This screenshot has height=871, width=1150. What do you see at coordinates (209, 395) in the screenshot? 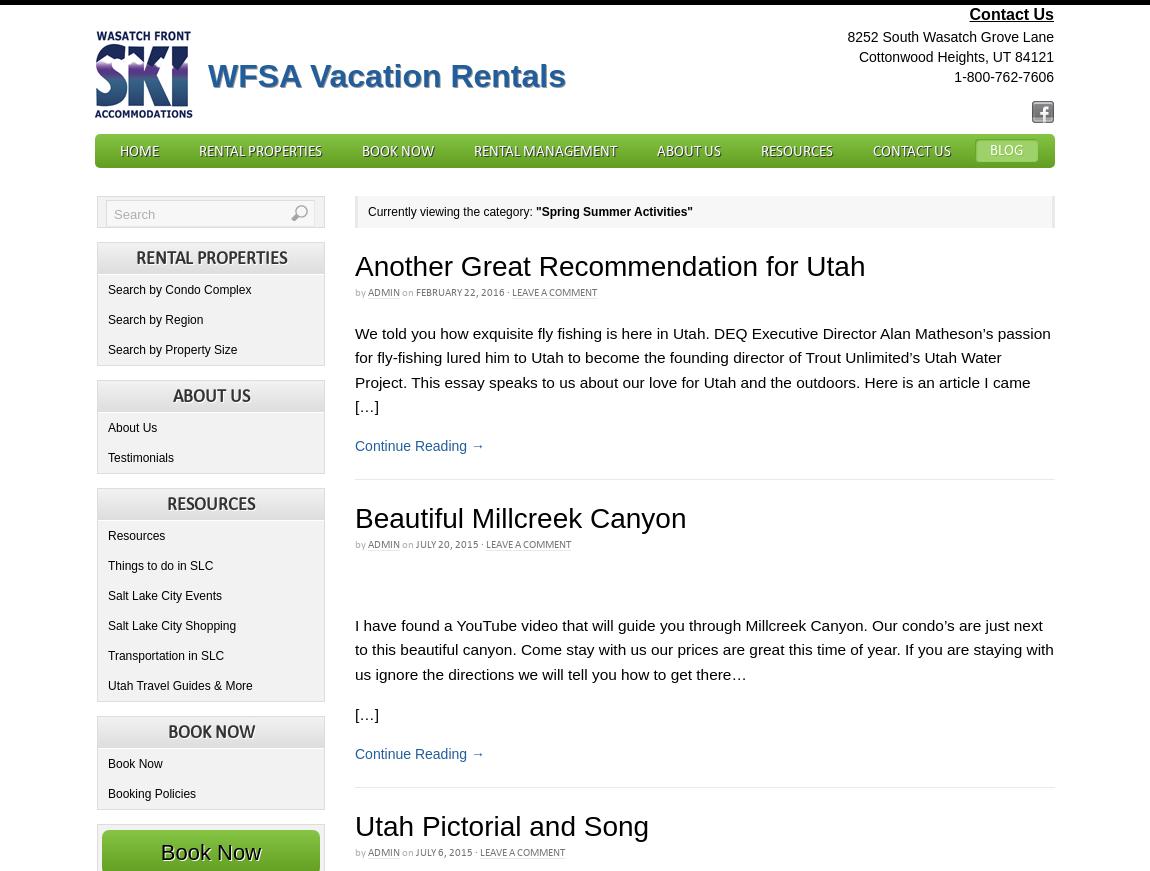
I see `'About us'` at bounding box center [209, 395].